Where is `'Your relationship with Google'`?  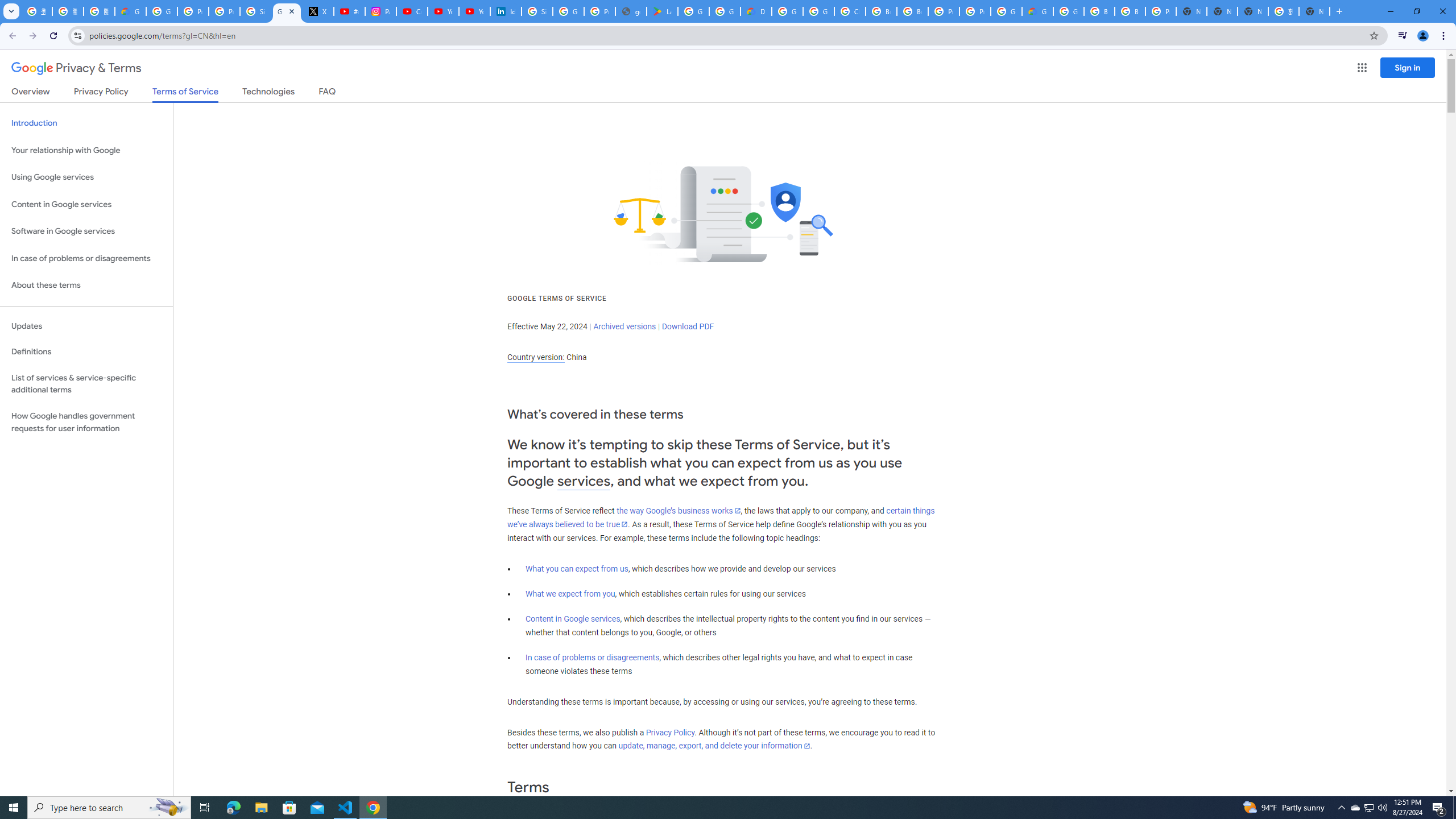
'Your relationship with Google' is located at coordinates (86, 150).